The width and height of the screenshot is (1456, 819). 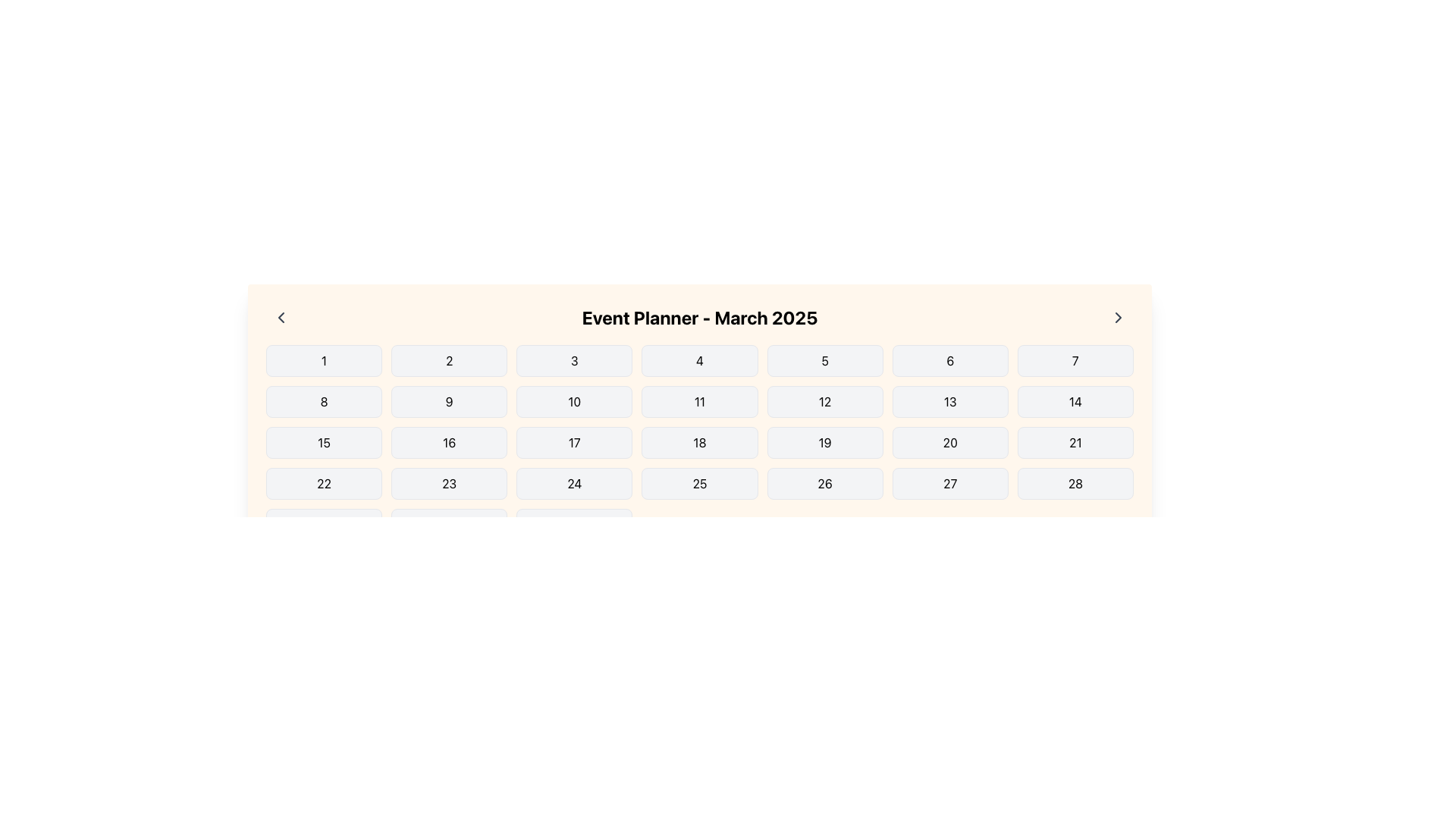 I want to click on the button labeled '3' in the Event Planner - March 2025 grid, so click(x=573, y=360).